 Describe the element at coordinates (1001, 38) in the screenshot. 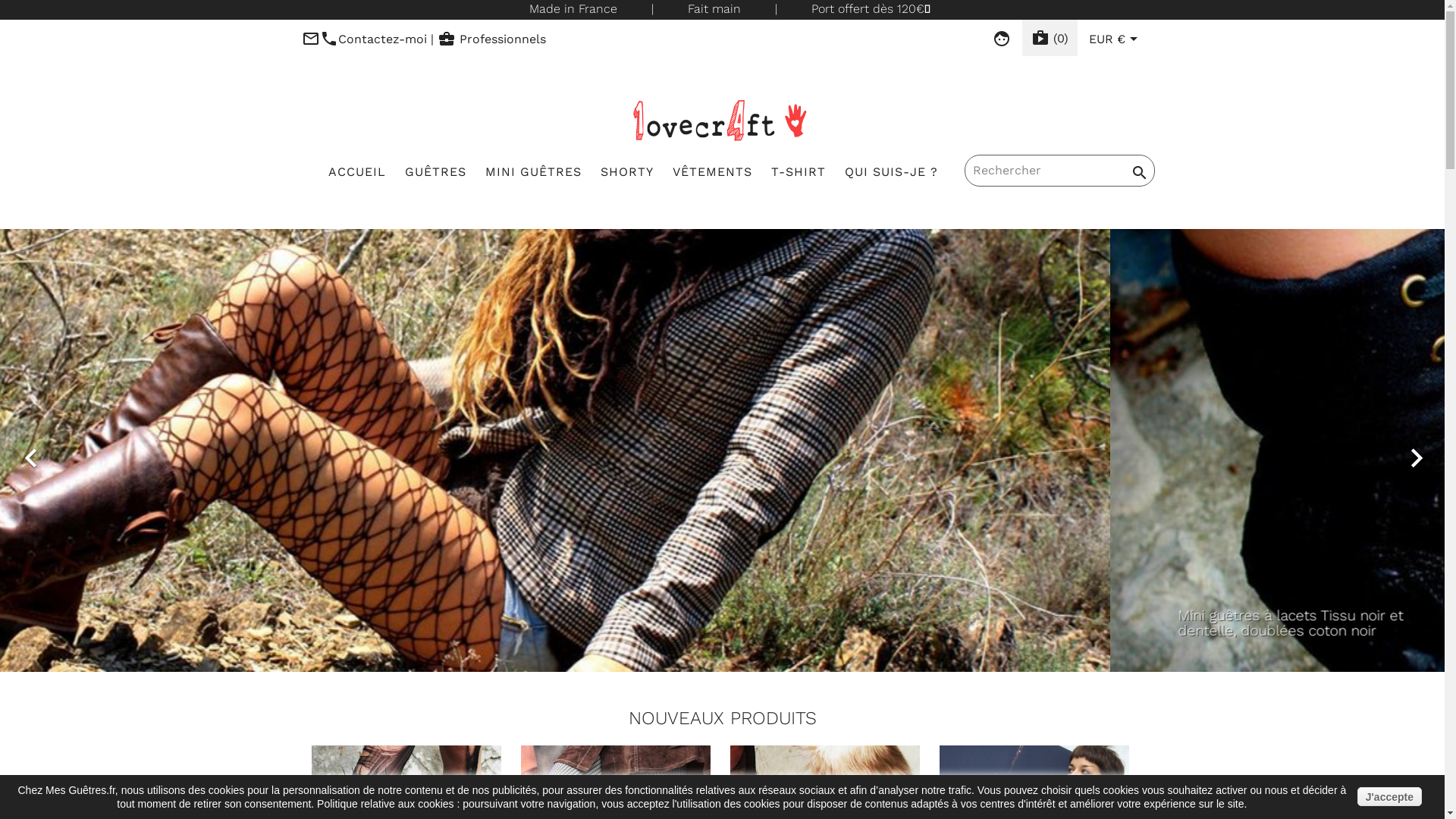

I see `'face'` at that location.